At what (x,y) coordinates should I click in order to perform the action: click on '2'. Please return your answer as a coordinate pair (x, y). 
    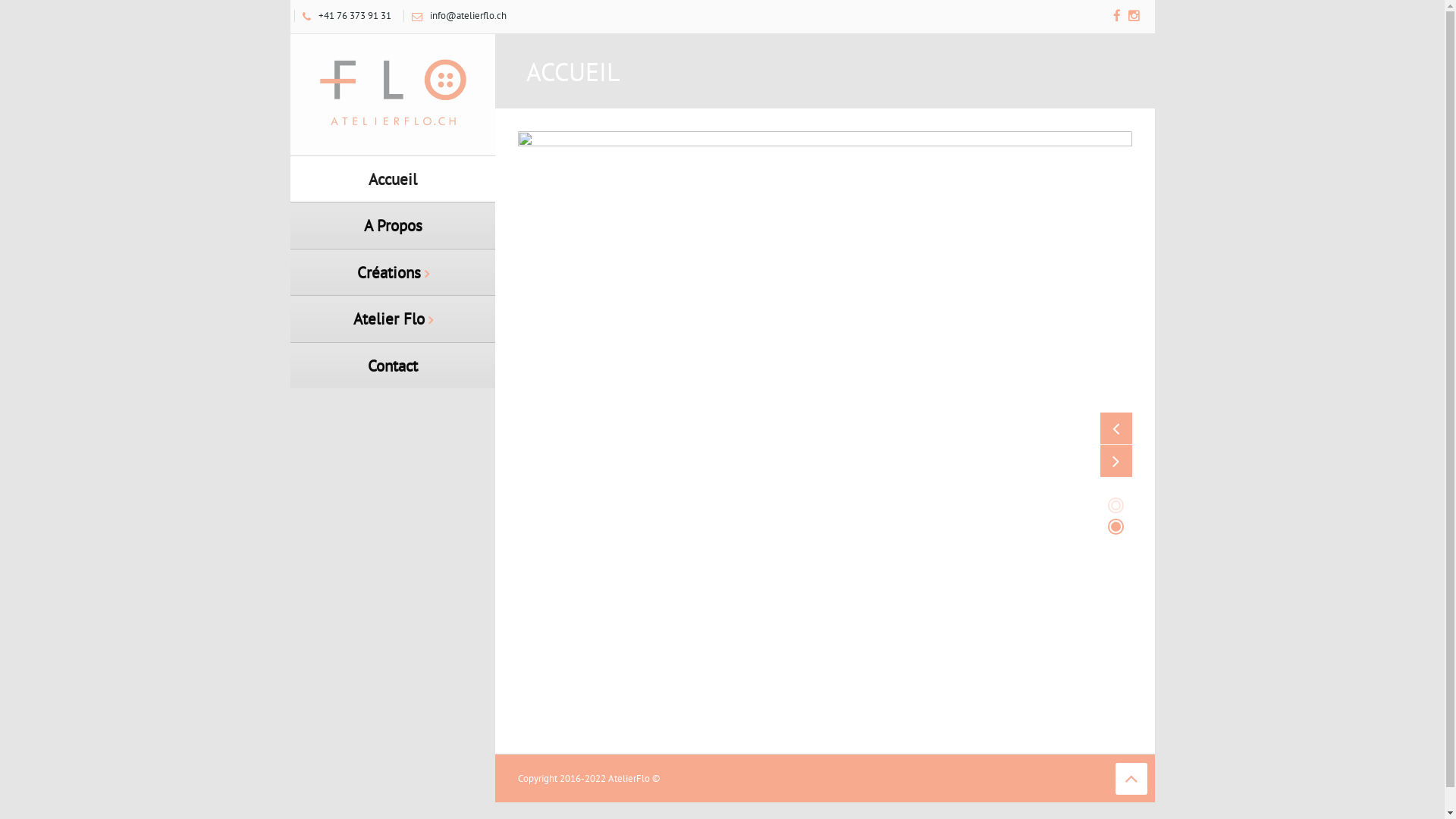
    Looking at the image, I should click on (1115, 526).